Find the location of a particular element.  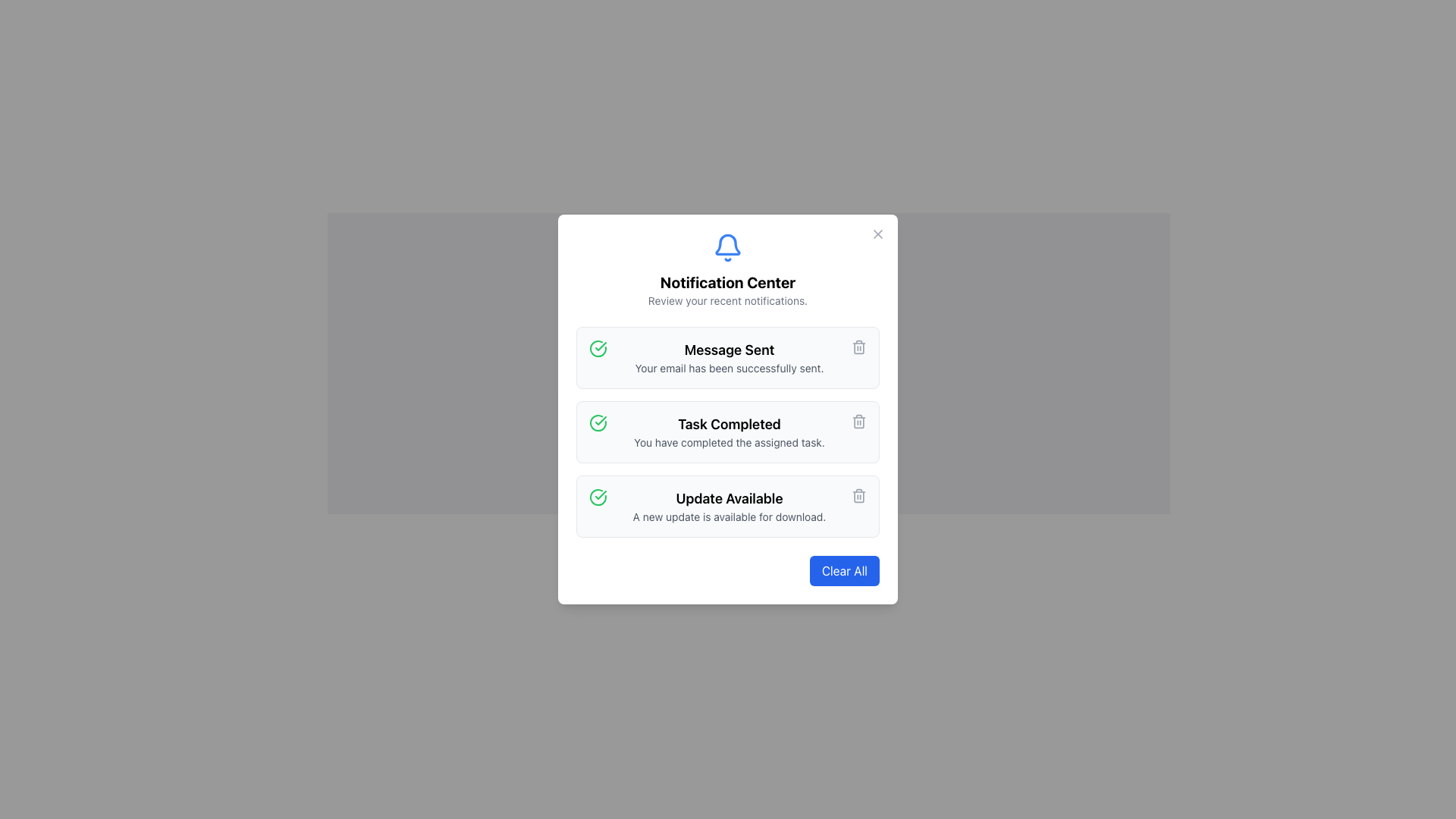

the text content that provides a brief description about reviewing recent notifications, located in the header area of the notification center modal is located at coordinates (728, 301).